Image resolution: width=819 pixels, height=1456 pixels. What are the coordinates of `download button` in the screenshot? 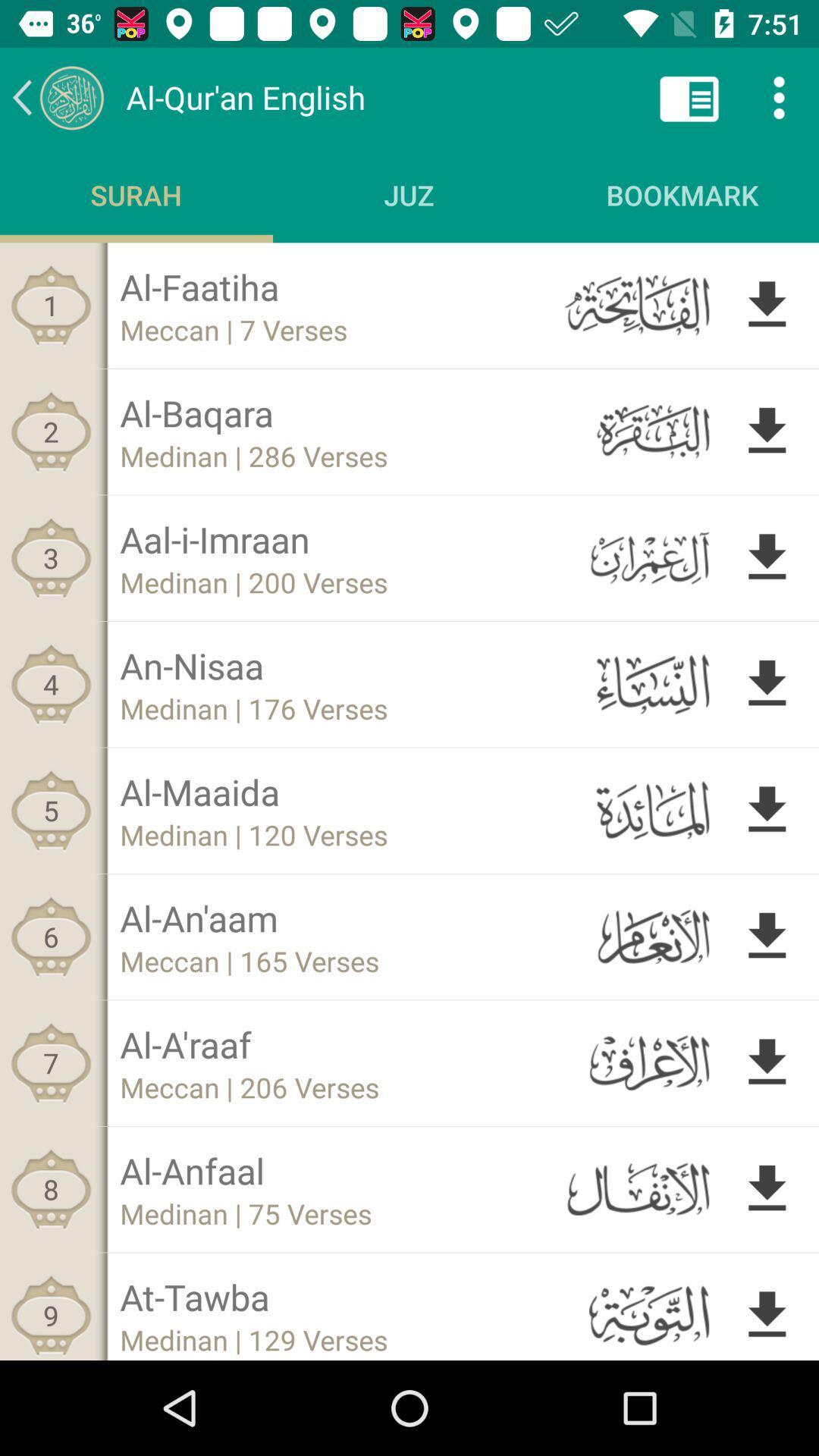 It's located at (767, 431).